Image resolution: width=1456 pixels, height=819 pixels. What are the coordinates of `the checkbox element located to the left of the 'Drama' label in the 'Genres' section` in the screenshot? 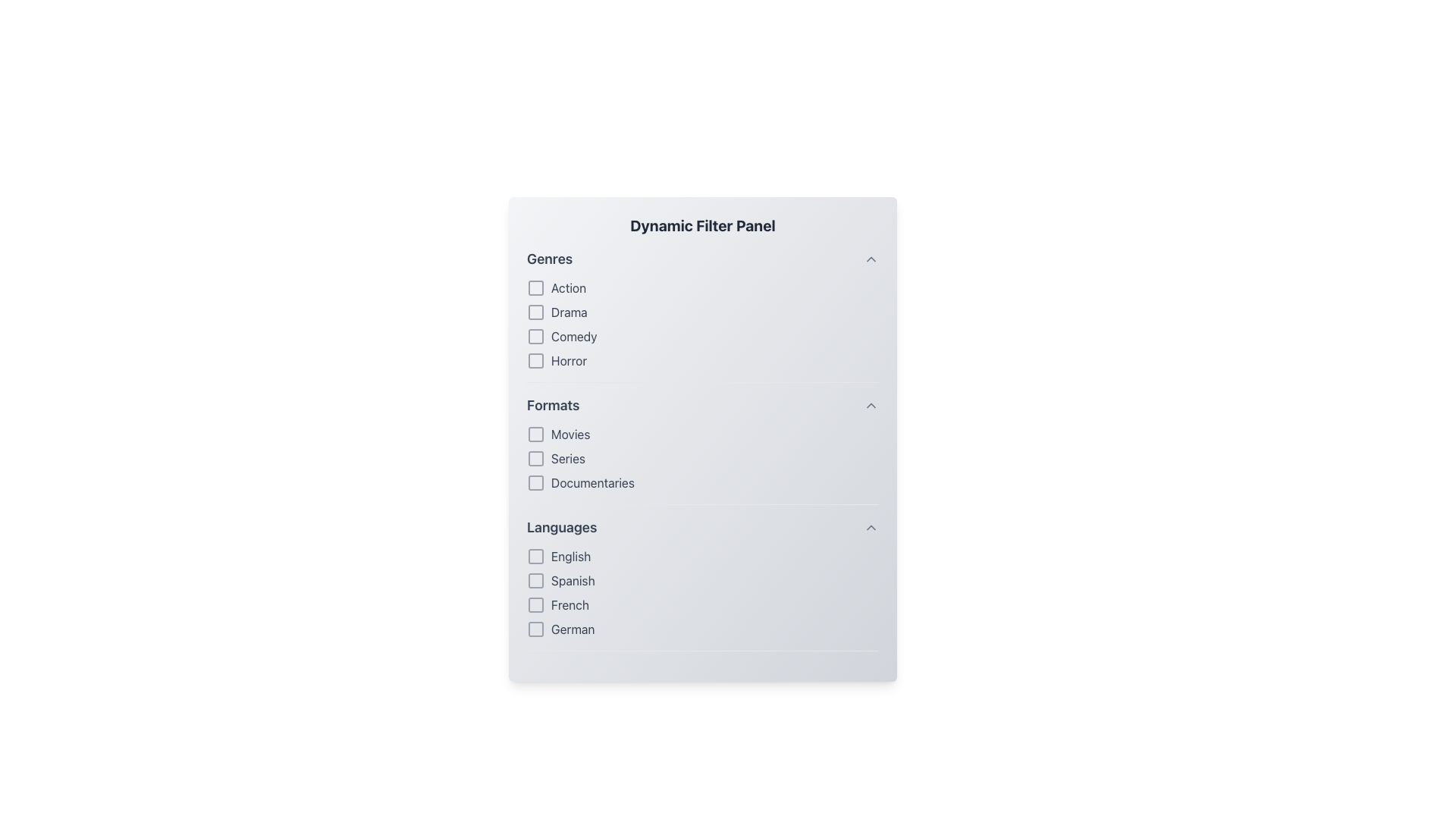 It's located at (535, 312).